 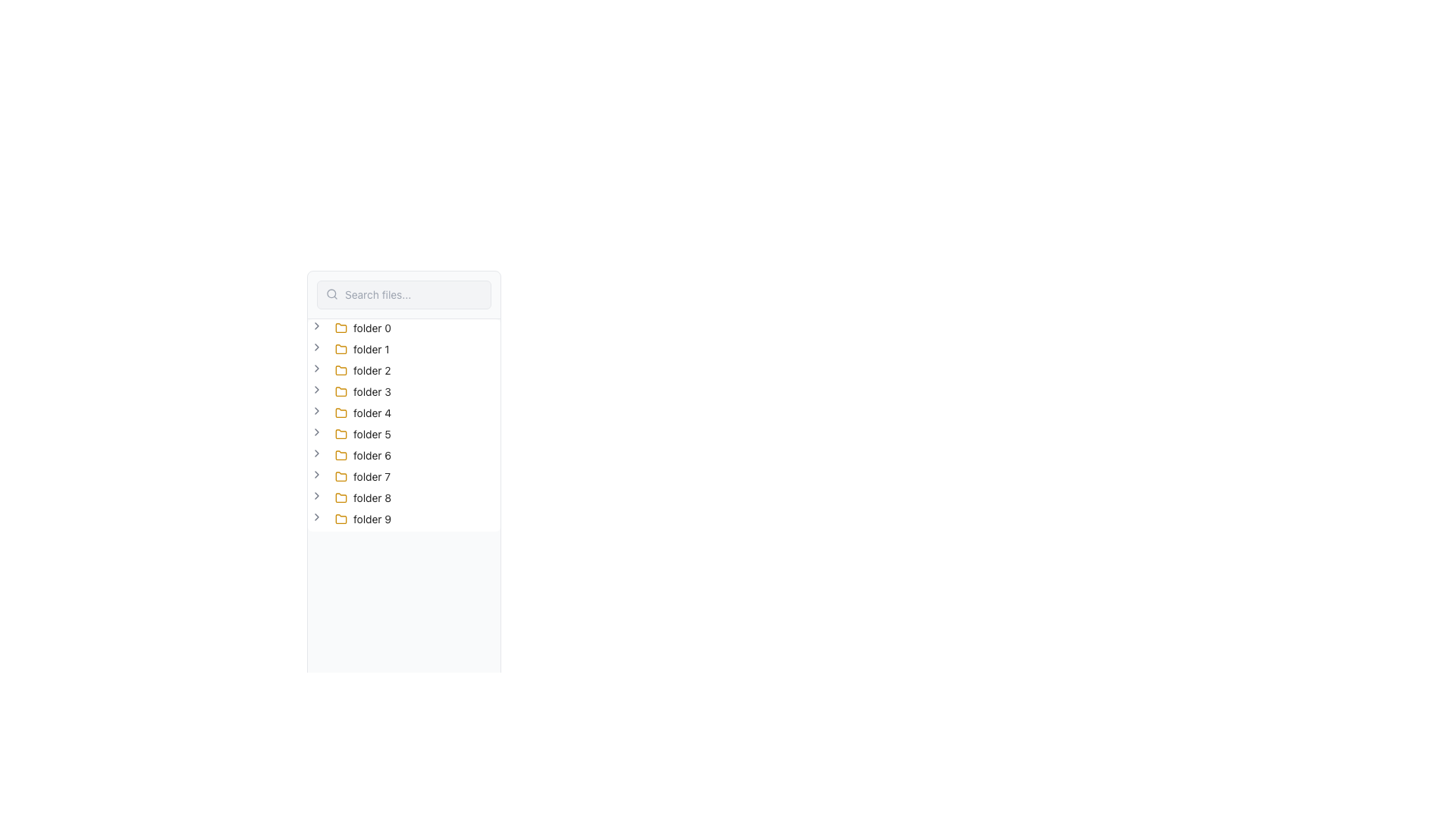 What do you see at coordinates (362, 391) in the screenshot?
I see `the 'folder 3' text label with a yellow folder icon on the left` at bounding box center [362, 391].